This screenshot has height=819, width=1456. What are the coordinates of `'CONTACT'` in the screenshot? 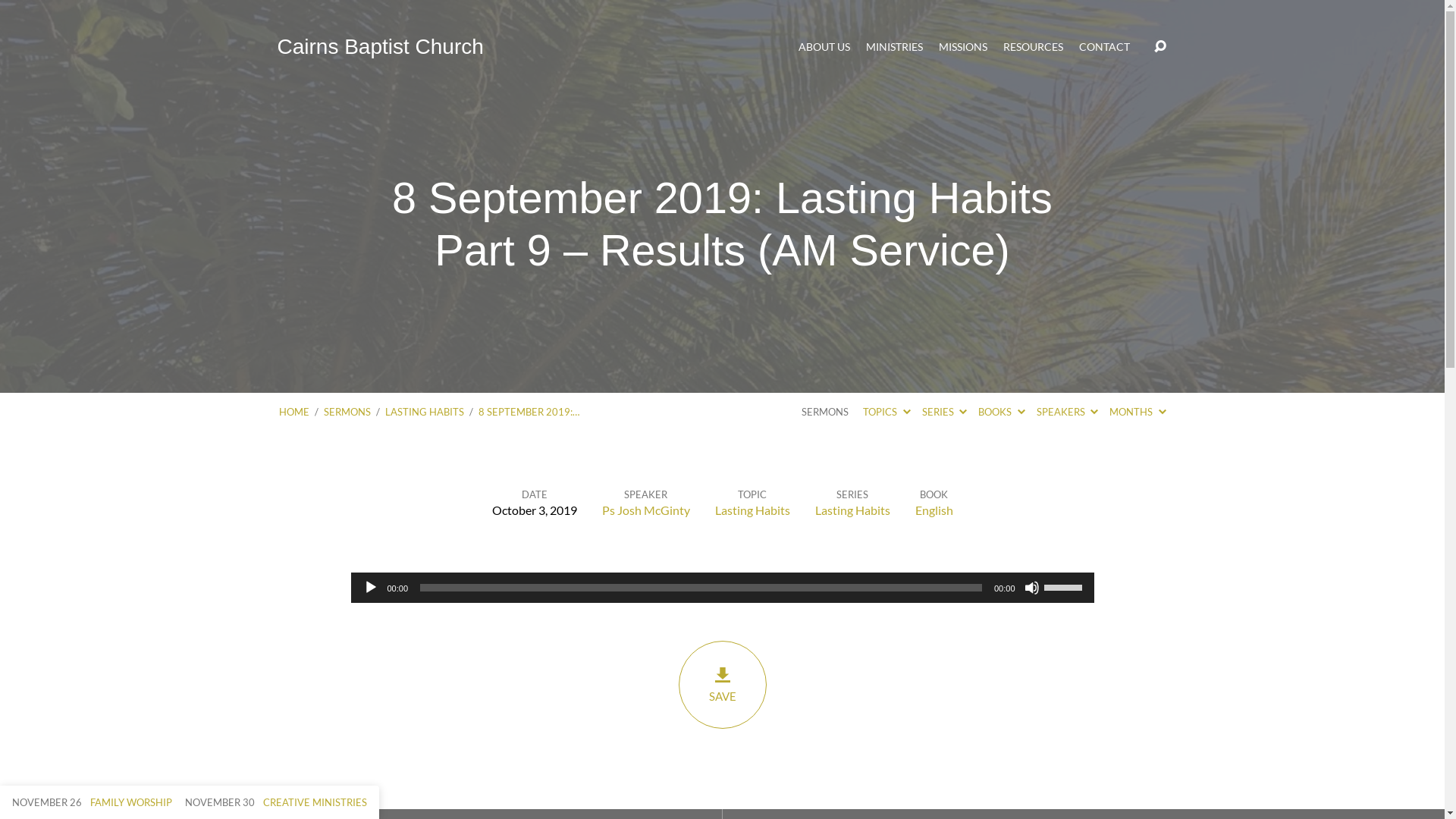 It's located at (1104, 45).